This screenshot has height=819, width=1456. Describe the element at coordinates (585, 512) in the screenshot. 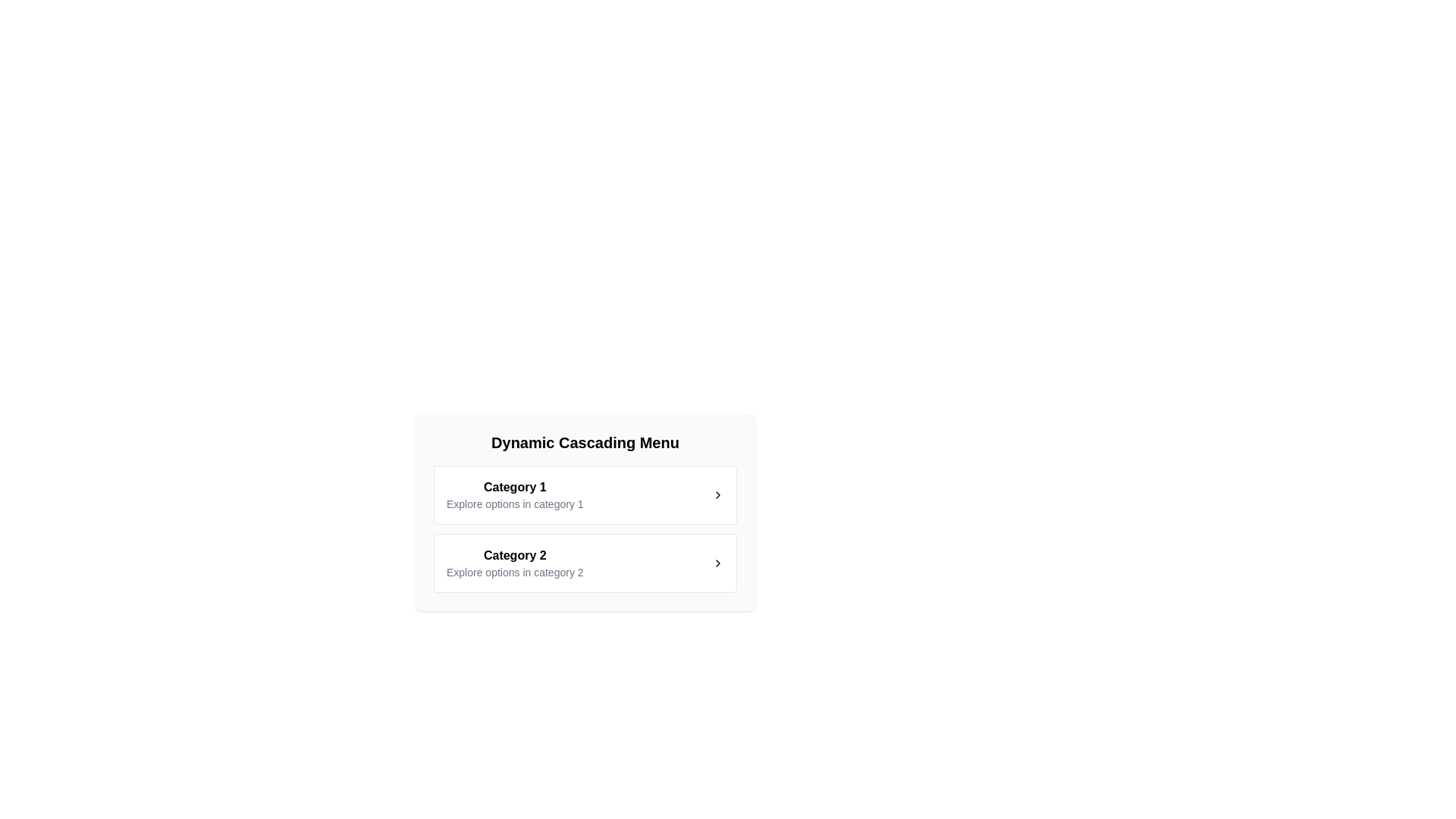

I see `the 'Category 1' interactive menu option, which is the first item in the vertically stacked list within the 'Dynamic Cascading Menu' card layout` at that location.